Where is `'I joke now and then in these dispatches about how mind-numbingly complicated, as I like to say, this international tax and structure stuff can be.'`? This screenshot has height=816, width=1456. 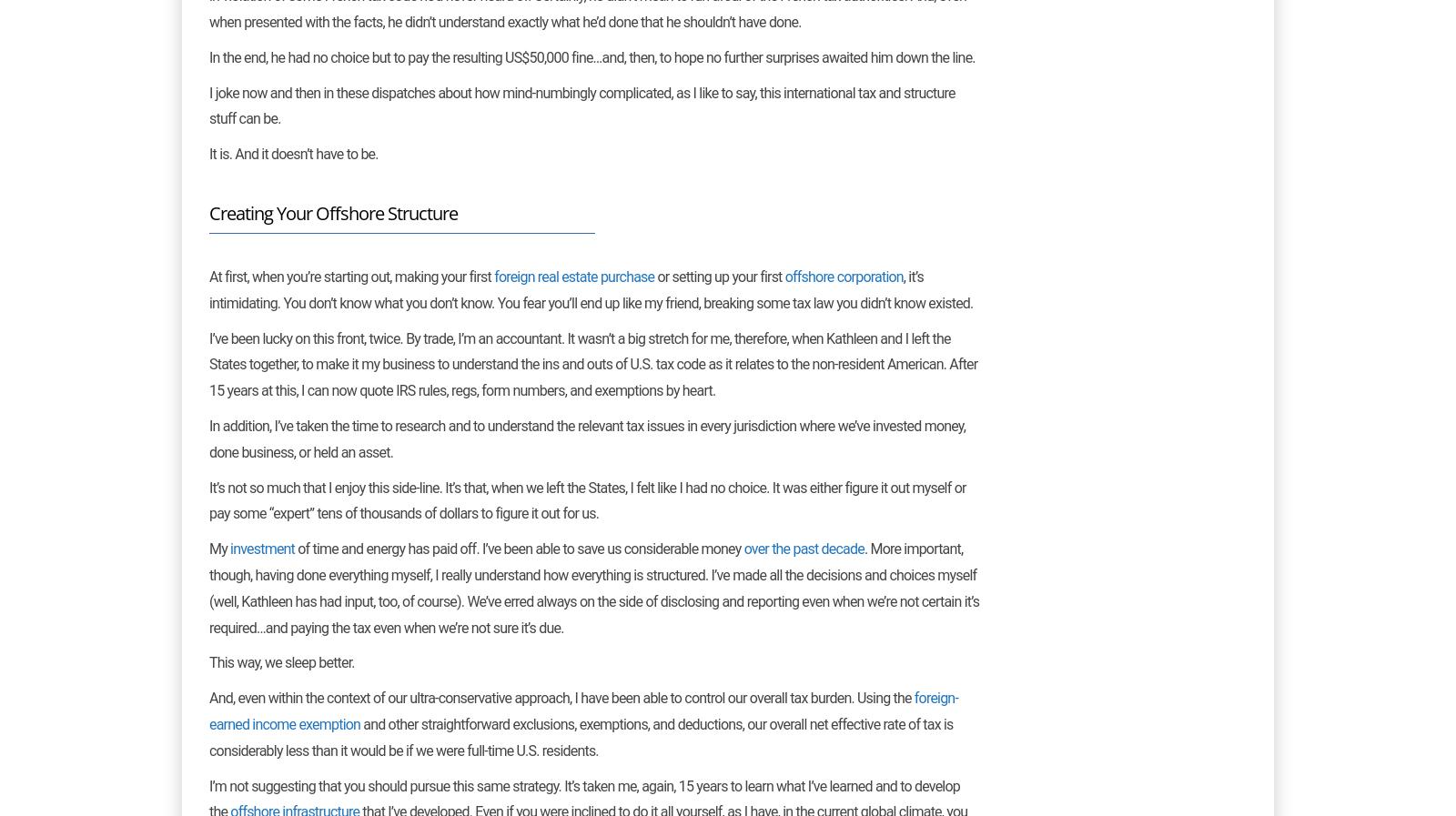 'I joke now and then in these dispatches about how mind-numbingly complicated, as I like to say, this international tax and structure stuff can be.' is located at coordinates (581, 104).